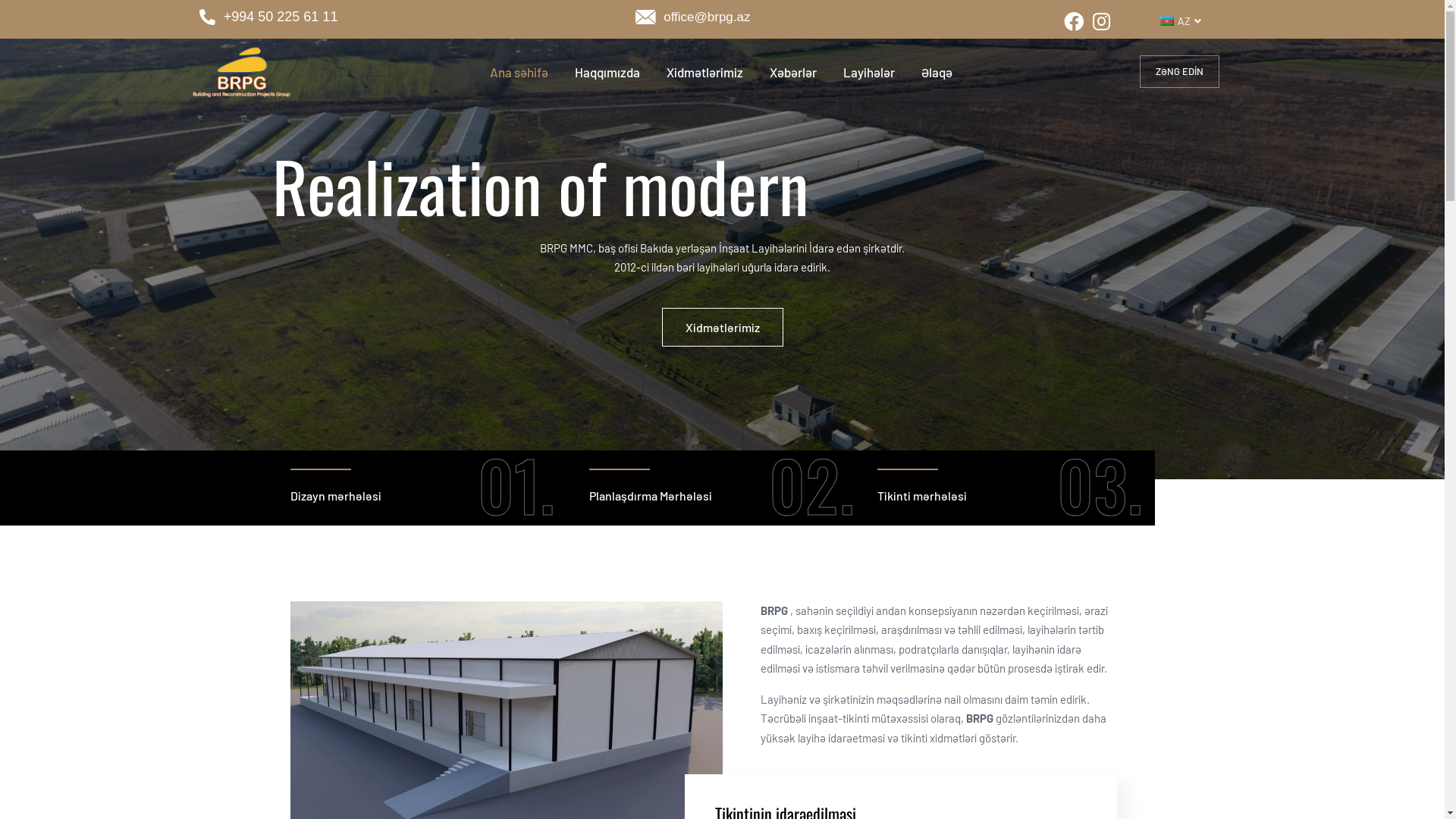  I want to click on '+994 50 225 61 11', so click(198, 17).